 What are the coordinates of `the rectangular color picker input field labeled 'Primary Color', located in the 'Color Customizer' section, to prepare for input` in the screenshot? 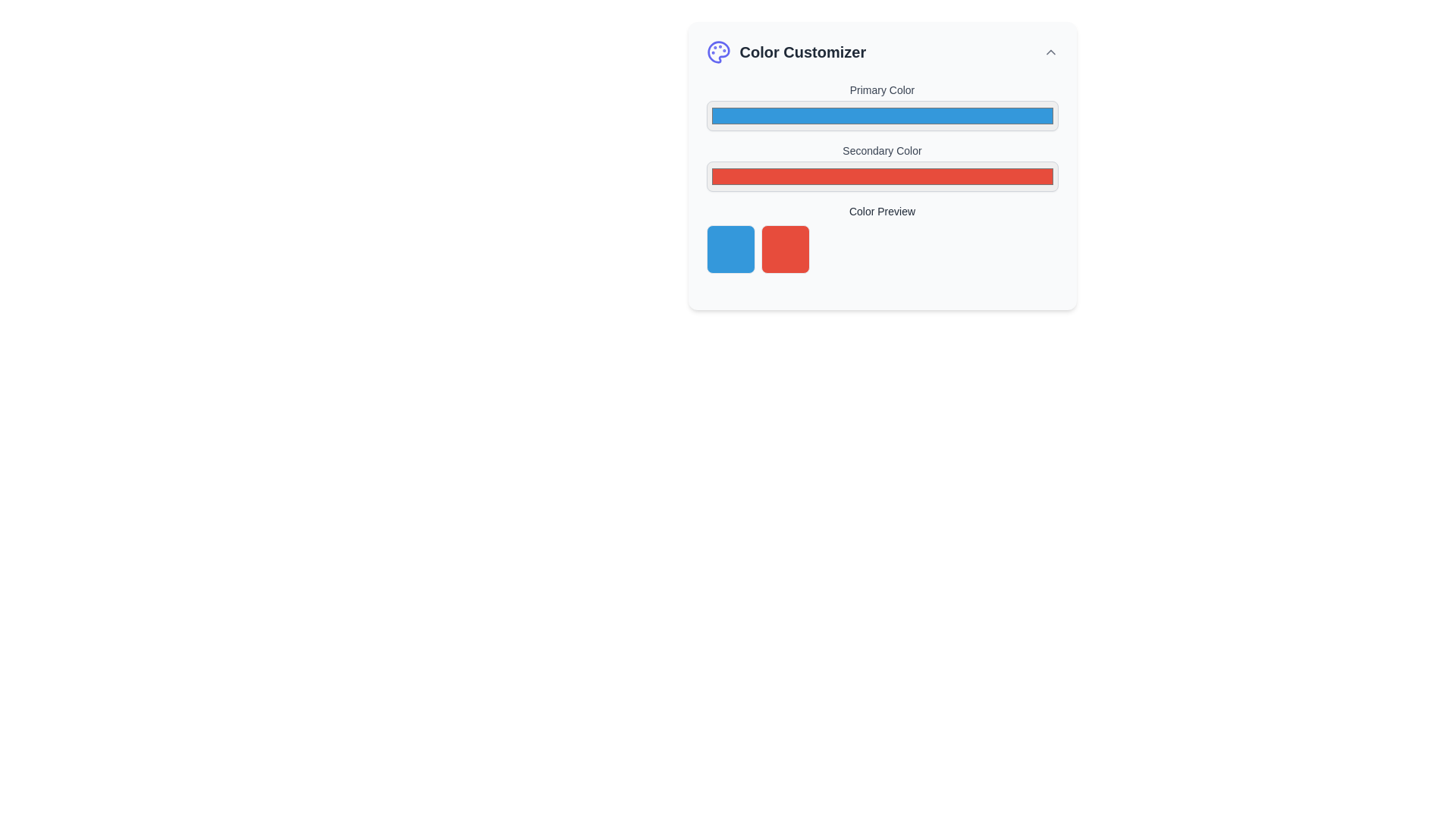 It's located at (882, 106).